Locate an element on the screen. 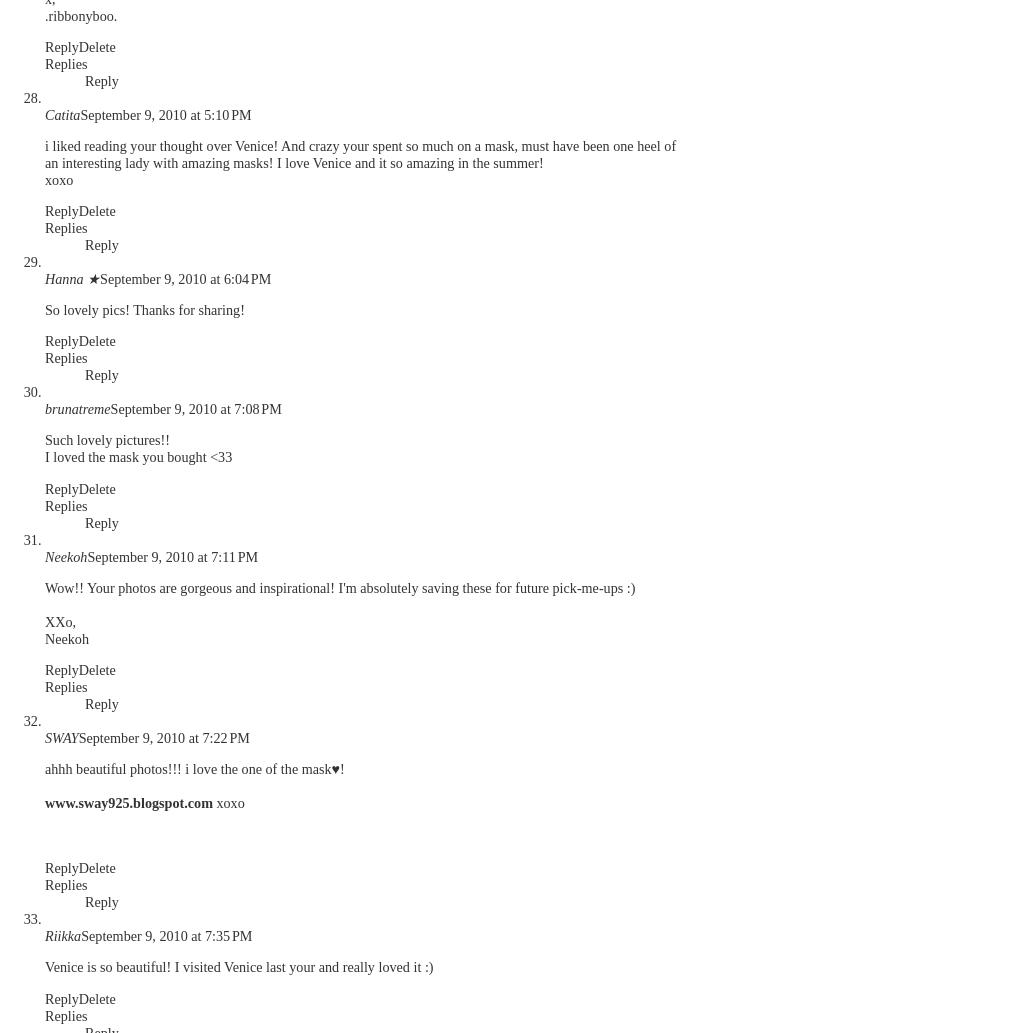 Image resolution: width=1012 pixels, height=1033 pixels. 'I loved the mask you bought <33' is located at coordinates (138, 456).